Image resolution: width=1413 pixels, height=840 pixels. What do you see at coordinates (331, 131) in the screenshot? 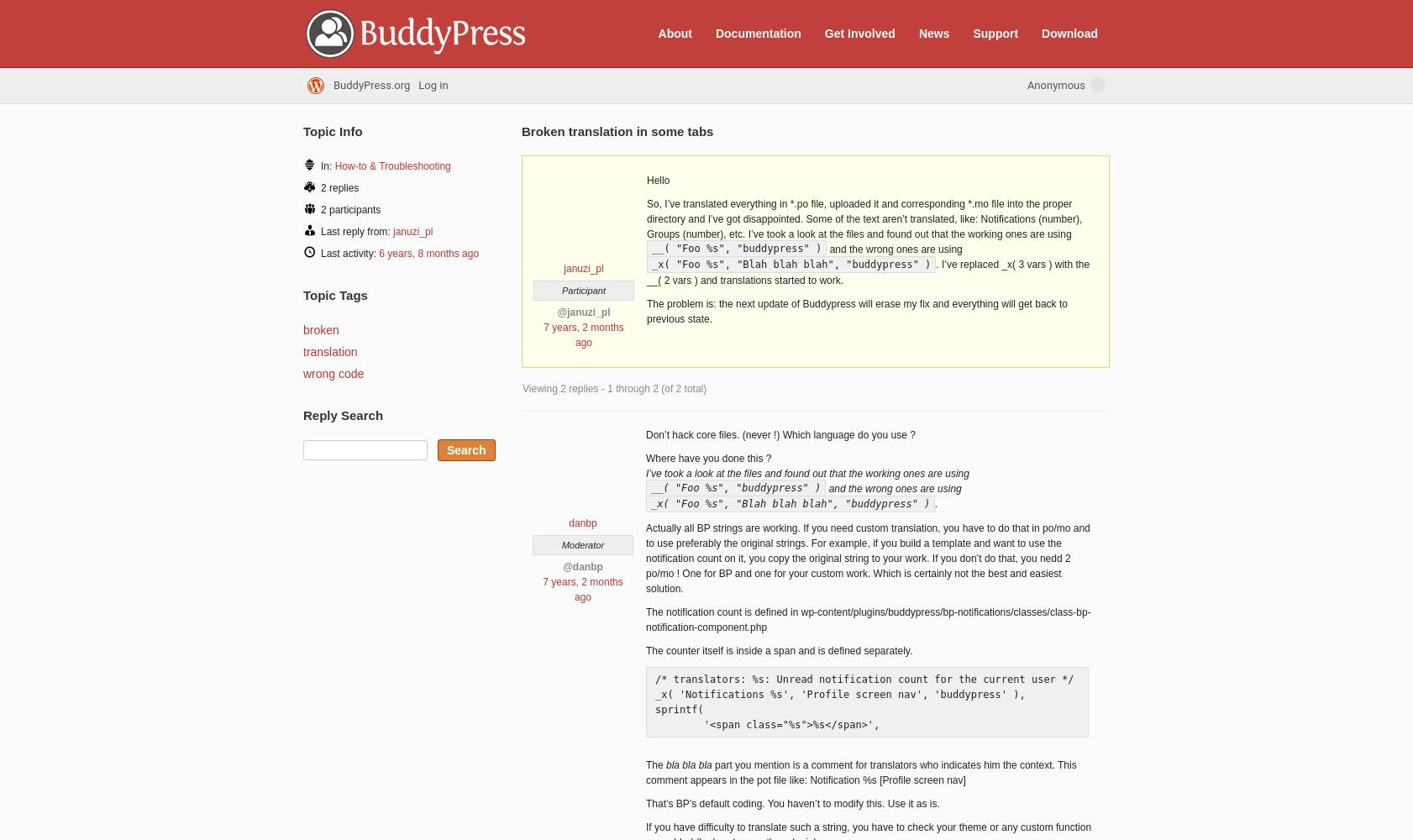
I see `'Topic Info'` at bounding box center [331, 131].